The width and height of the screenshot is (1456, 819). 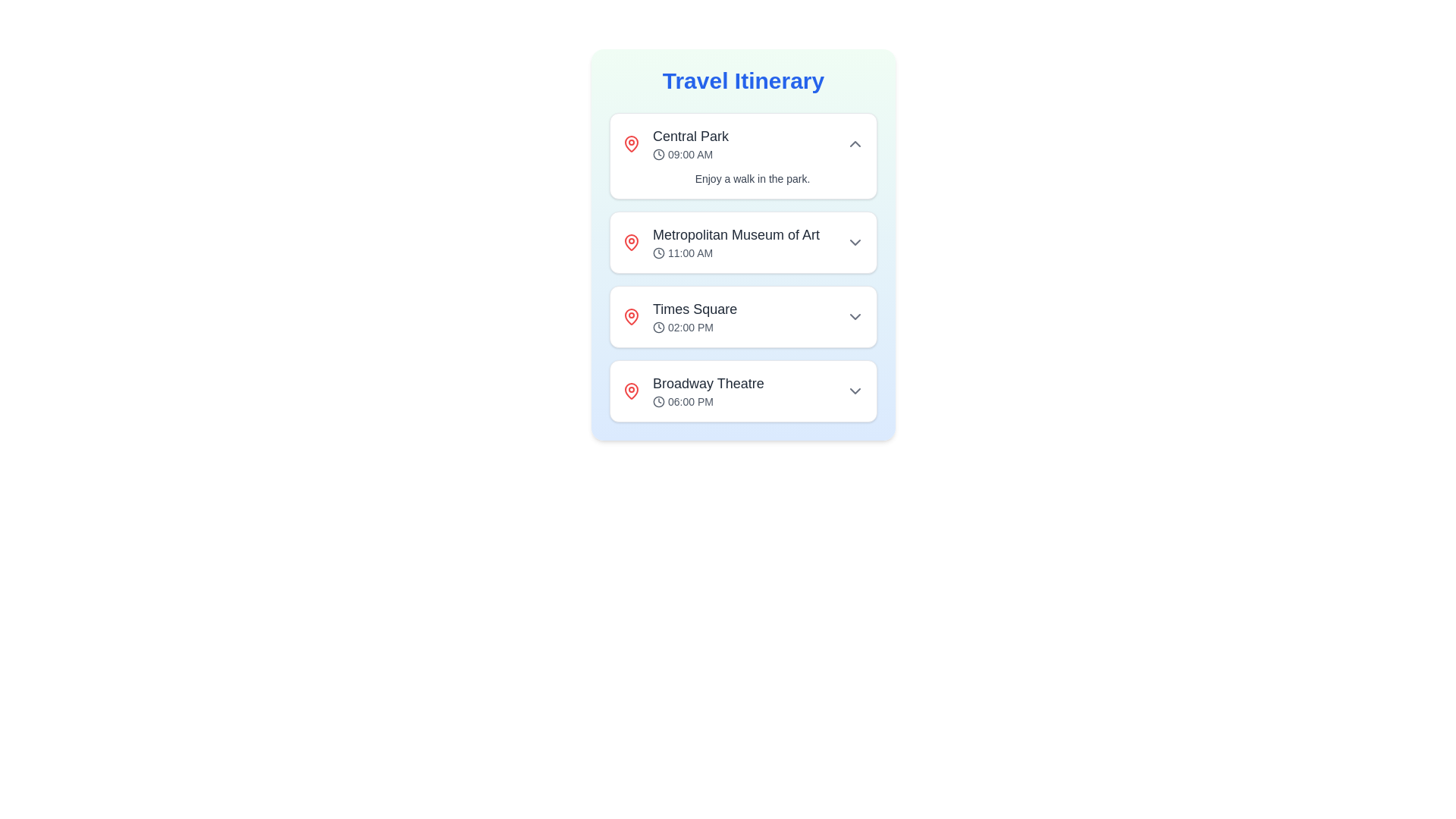 What do you see at coordinates (694, 309) in the screenshot?
I see `displayed text 'Times Square' from the bold text label in the Travel Itinerary list, specifically located in the third list item` at bounding box center [694, 309].